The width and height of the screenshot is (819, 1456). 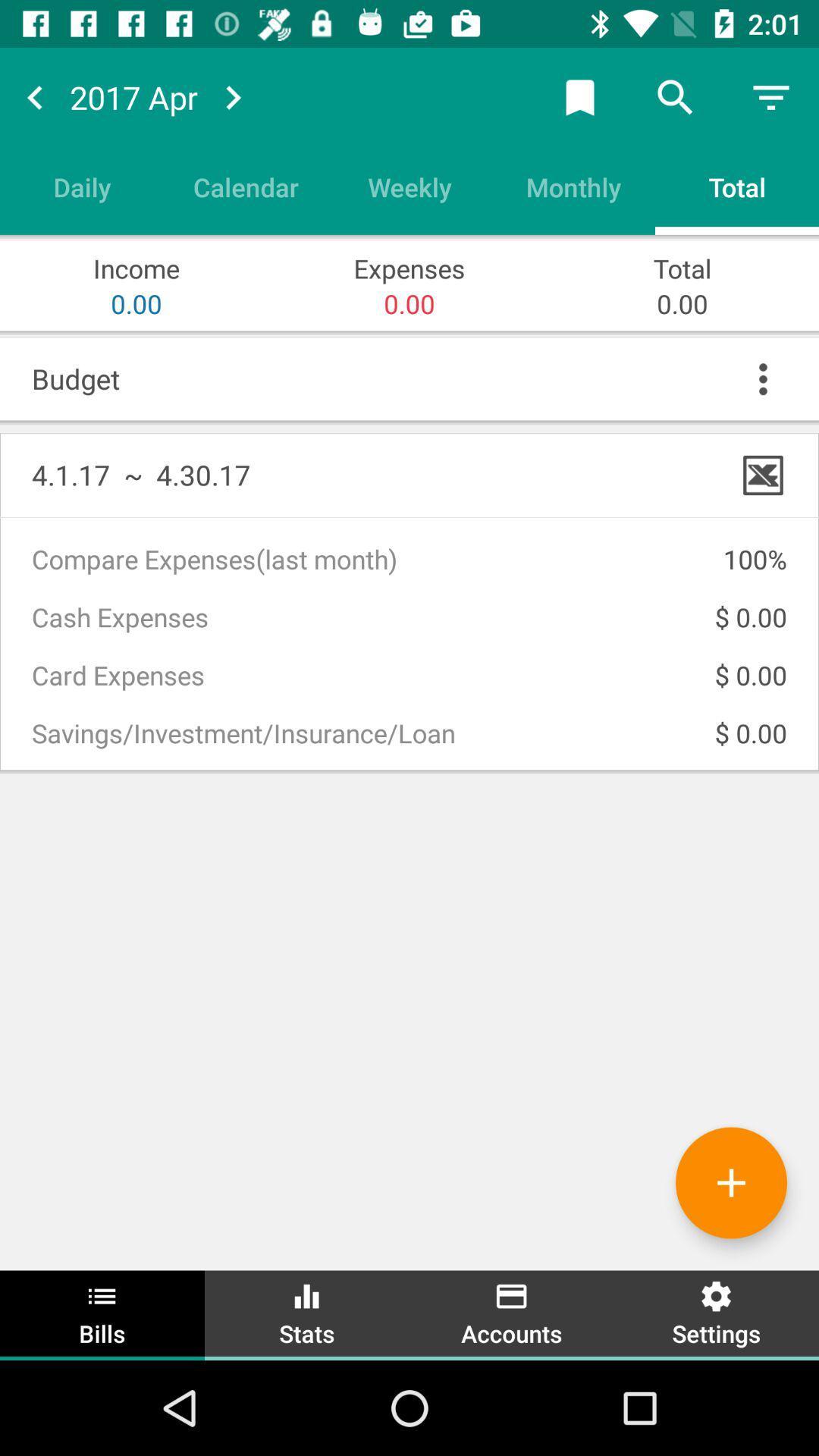 What do you see at coordinates (233, 96) in the screenshot?
I see `go to` at bounding box center [233, 96].